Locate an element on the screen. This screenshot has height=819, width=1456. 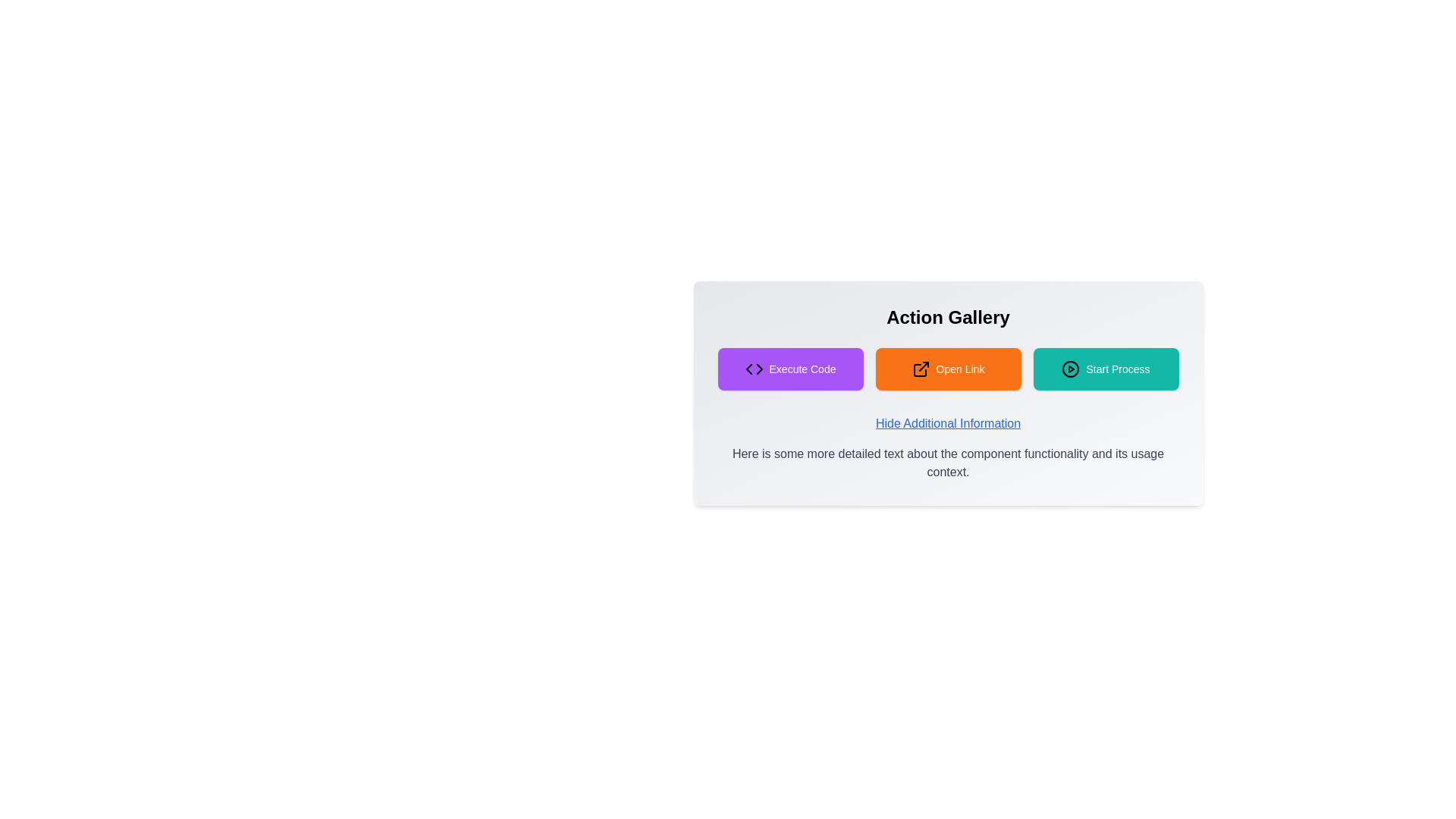
the button labeled 'Open Link' which contains the label text is located at coordinates (959, 369).